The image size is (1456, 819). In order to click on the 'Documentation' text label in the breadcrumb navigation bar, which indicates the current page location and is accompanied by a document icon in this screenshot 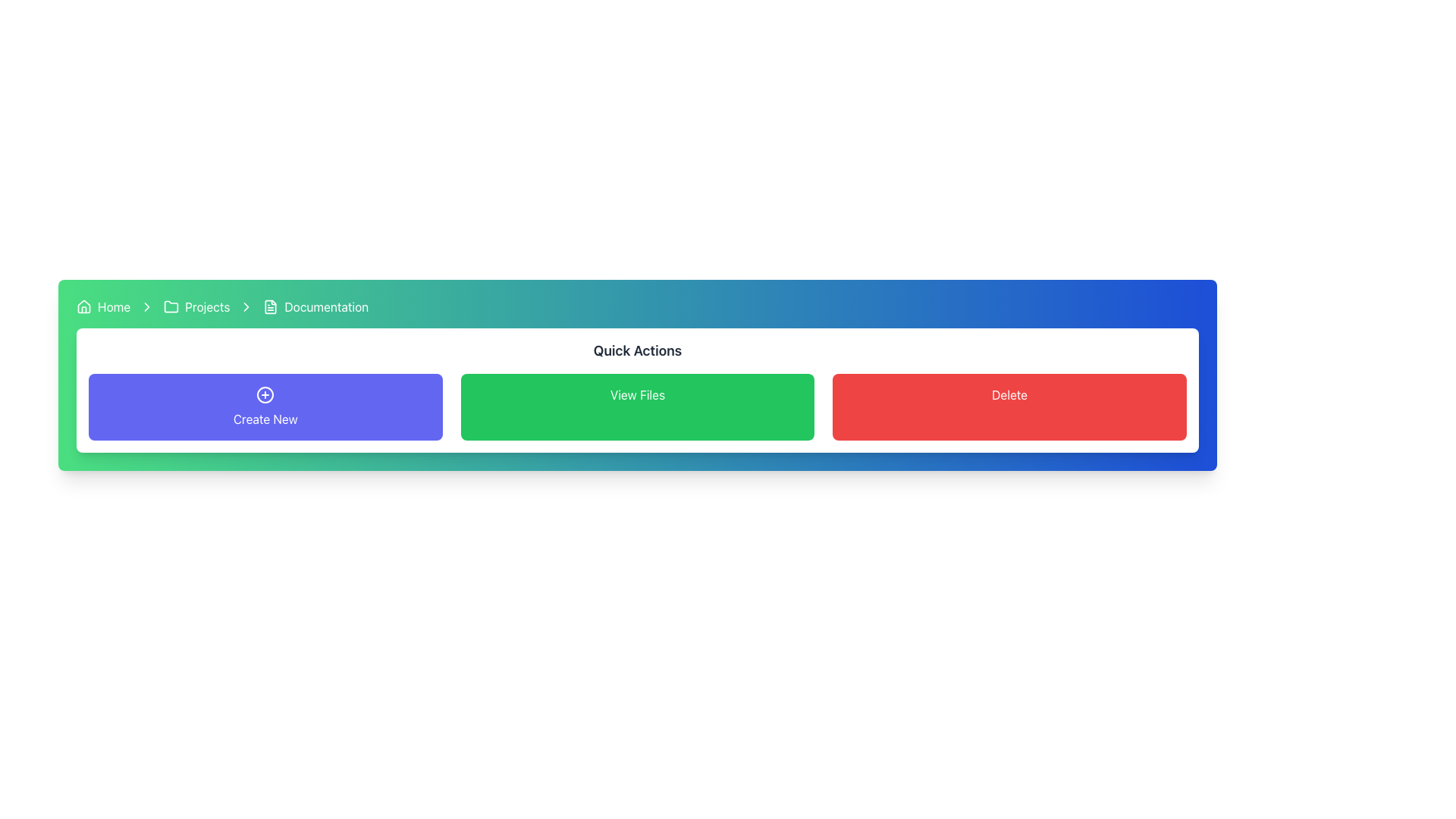, I will do `click(325, 307)`.